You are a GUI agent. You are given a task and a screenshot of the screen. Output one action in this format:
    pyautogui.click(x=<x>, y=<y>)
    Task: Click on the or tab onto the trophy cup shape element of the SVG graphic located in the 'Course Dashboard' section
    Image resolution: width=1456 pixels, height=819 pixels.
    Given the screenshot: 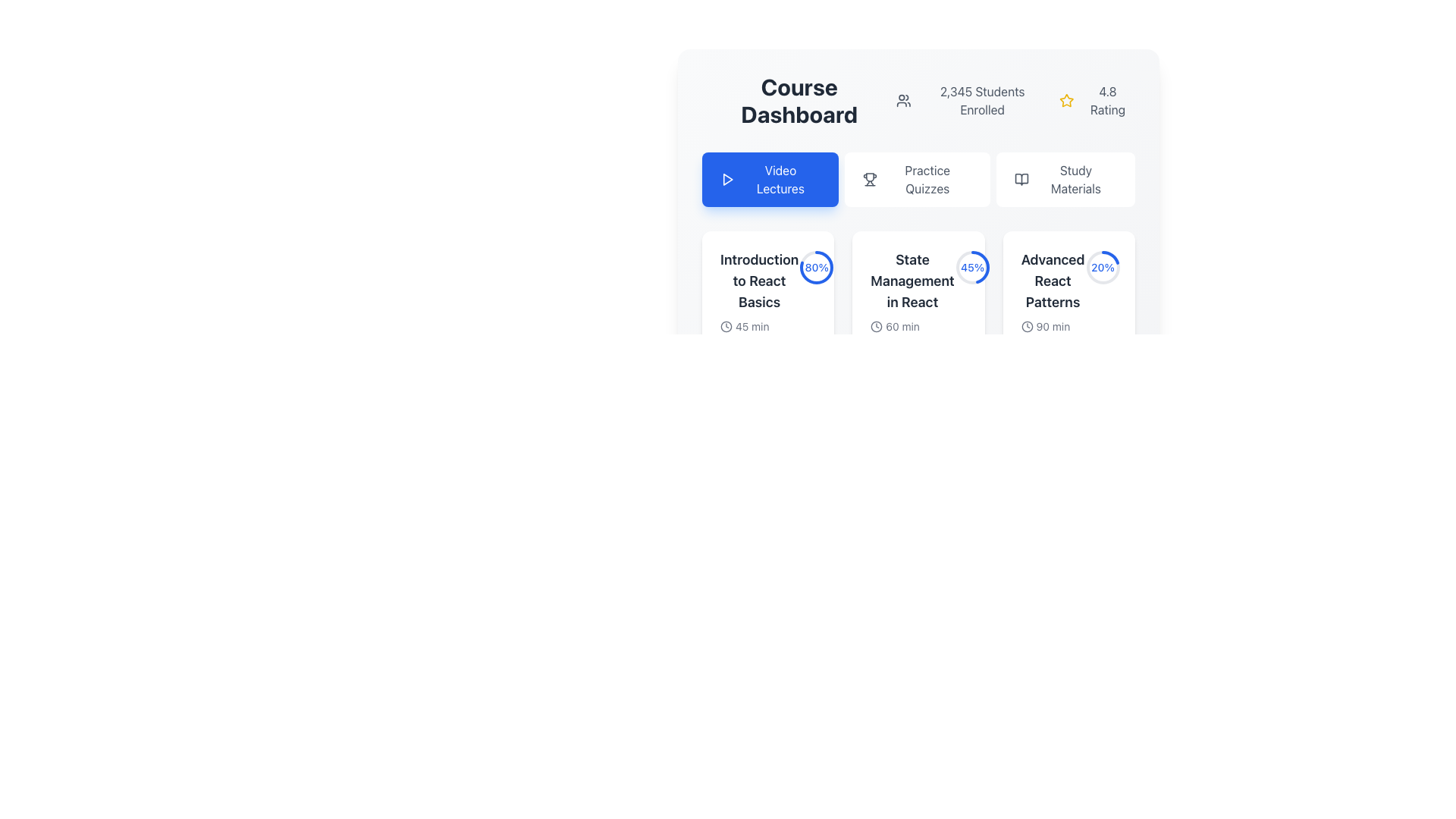 What is the action you would take?
    pyautogui.click(x=870, y=177)
    